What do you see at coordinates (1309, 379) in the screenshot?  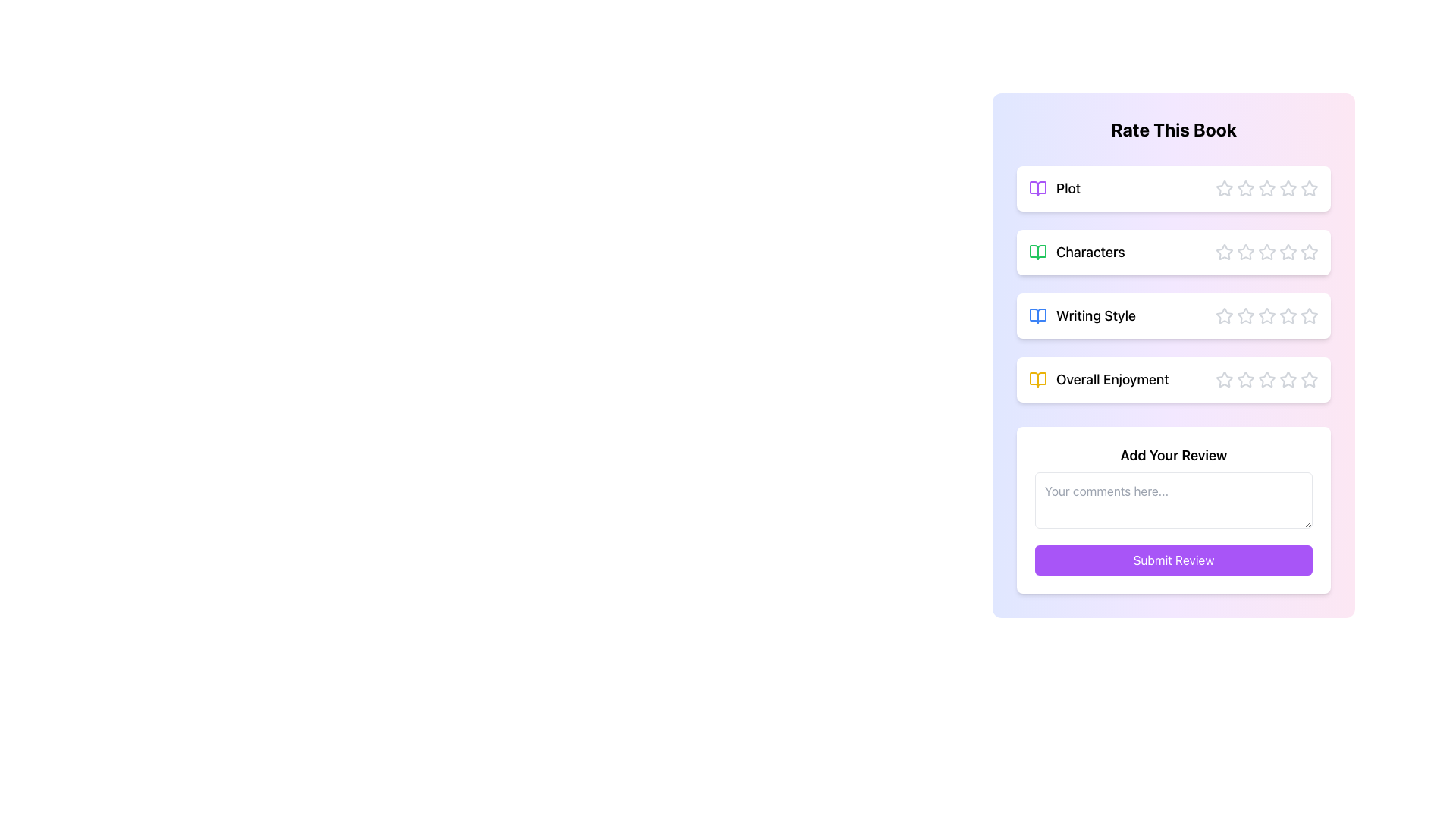 I see `the fifth star icon in the 'Overall Enjoyment' rating section, which is a gray five-pointed star icon with a minimalistic design` at bounding box center [1309, 379].